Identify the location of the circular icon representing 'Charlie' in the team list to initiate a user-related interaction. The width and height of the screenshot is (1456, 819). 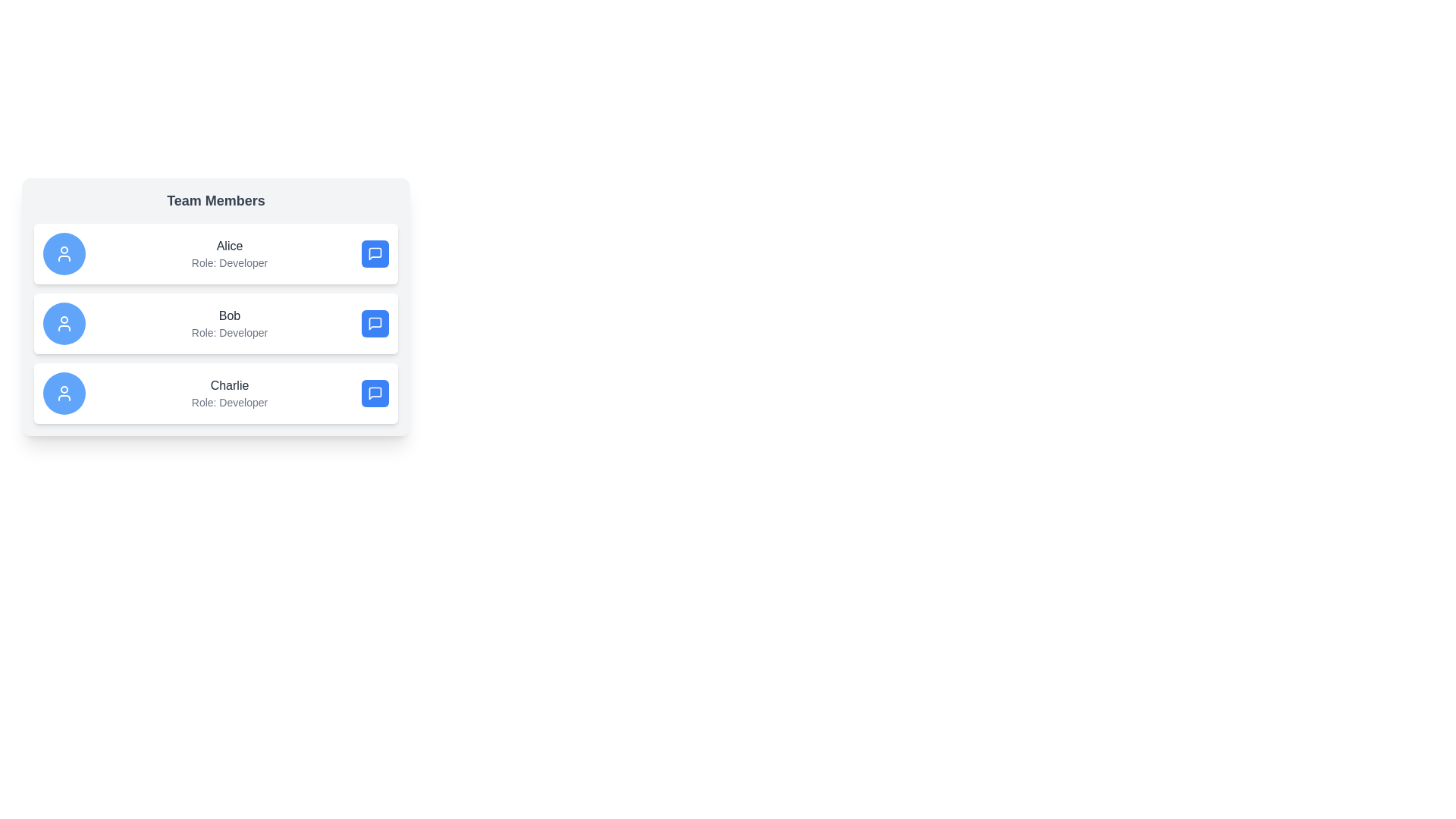
(64, 393).